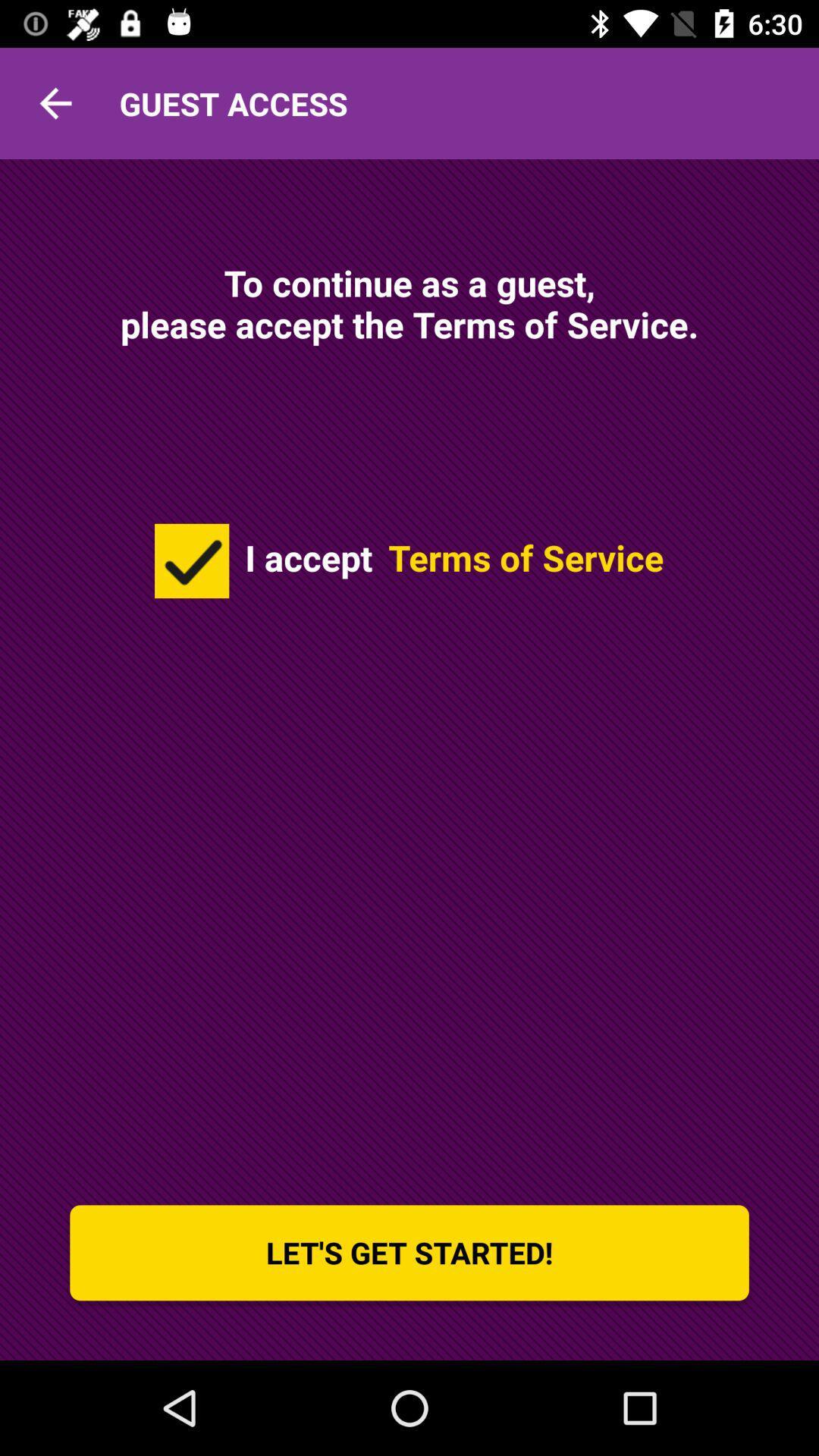  I want to click on accept terms of service, so click(191, 560).